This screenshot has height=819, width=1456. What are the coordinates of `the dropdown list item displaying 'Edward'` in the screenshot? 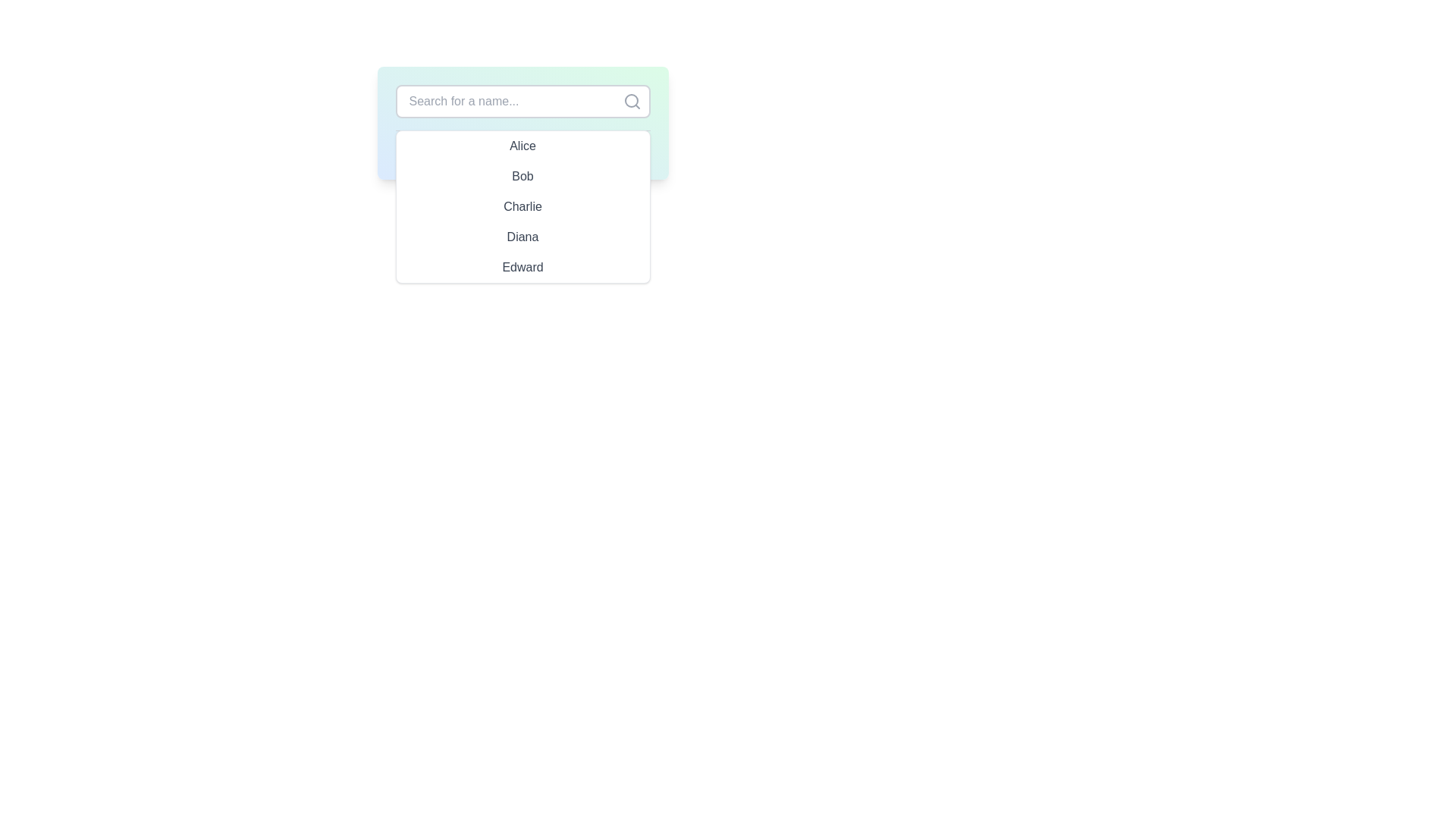 It's located at (522, 267).